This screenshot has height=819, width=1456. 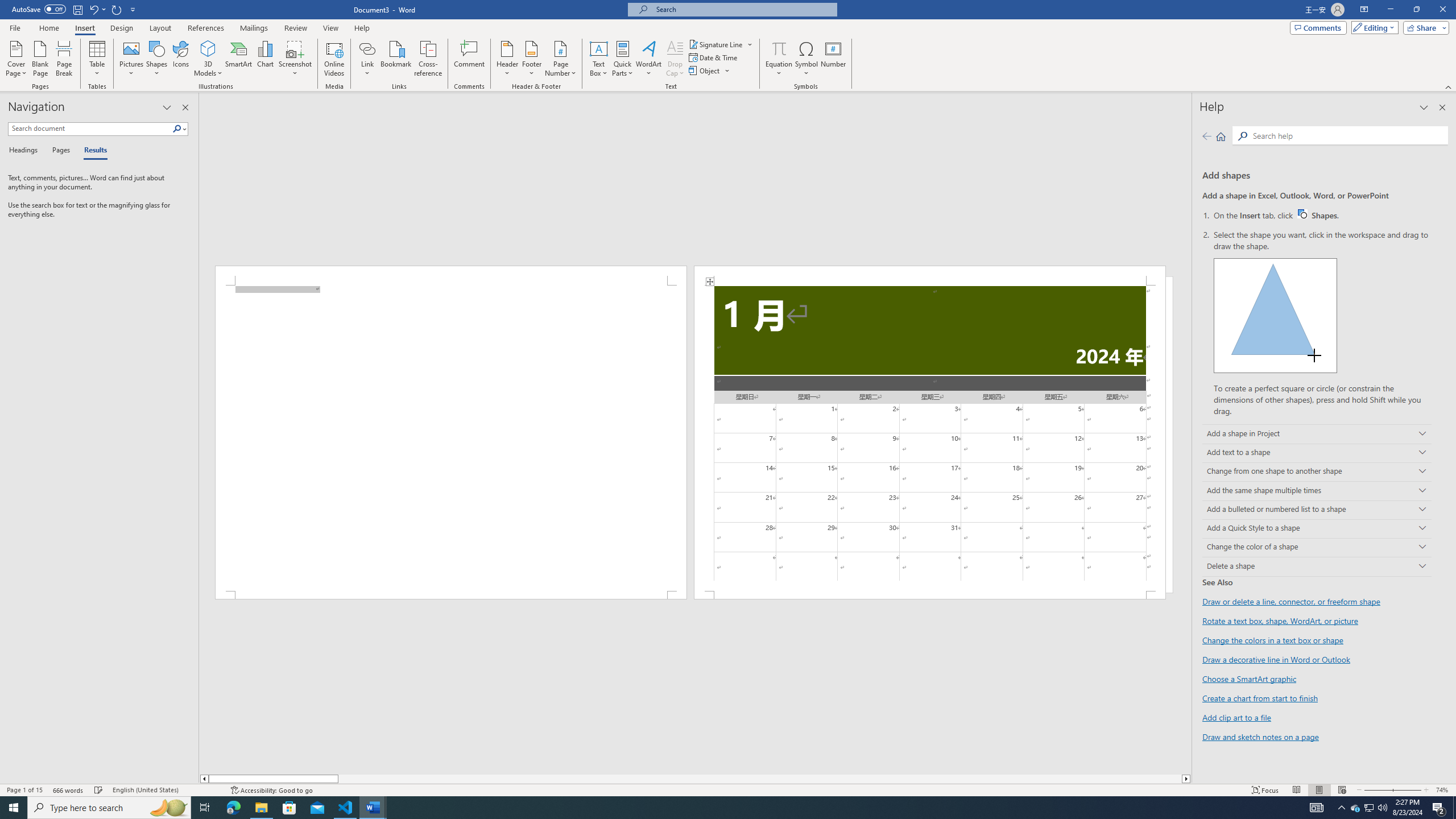 I want to click on 'Choose a SmartArt graphic', so click(x=1249, y=678).